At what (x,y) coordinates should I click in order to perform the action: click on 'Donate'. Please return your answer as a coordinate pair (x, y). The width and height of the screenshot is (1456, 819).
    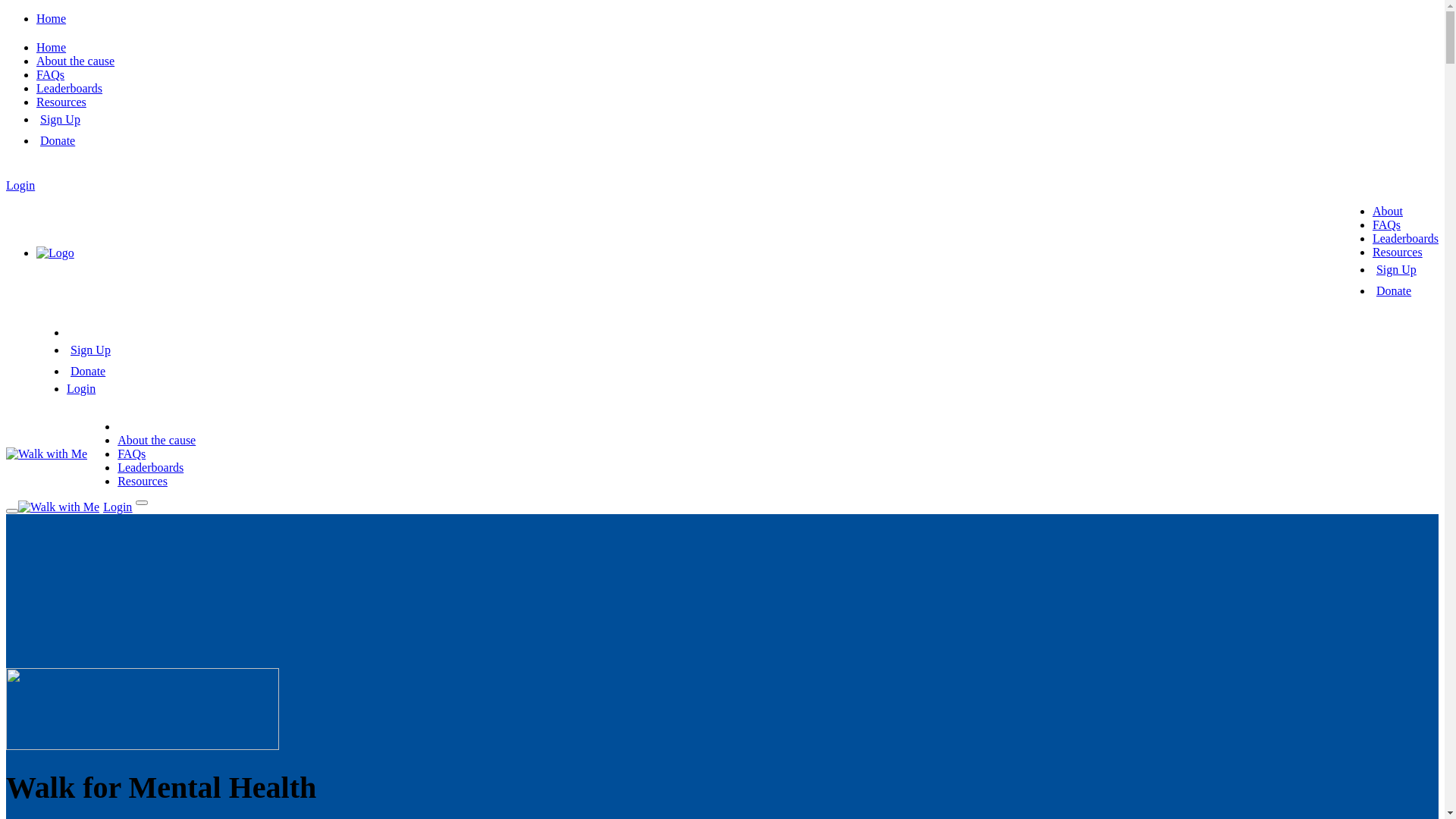
    Looking at the image, I should click on (1394, 290).